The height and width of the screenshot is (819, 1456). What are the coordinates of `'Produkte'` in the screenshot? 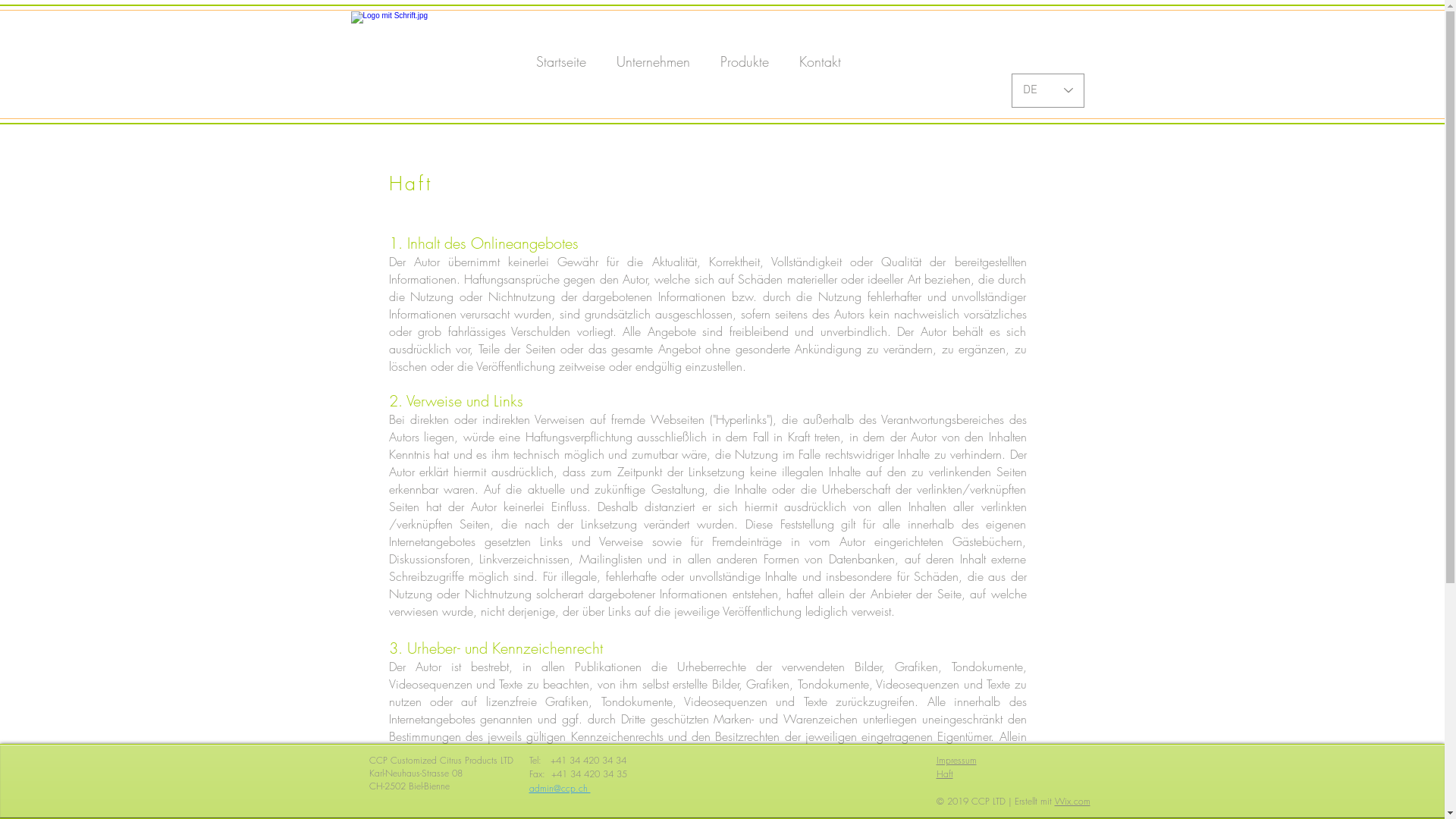 It's located at (745, 61).